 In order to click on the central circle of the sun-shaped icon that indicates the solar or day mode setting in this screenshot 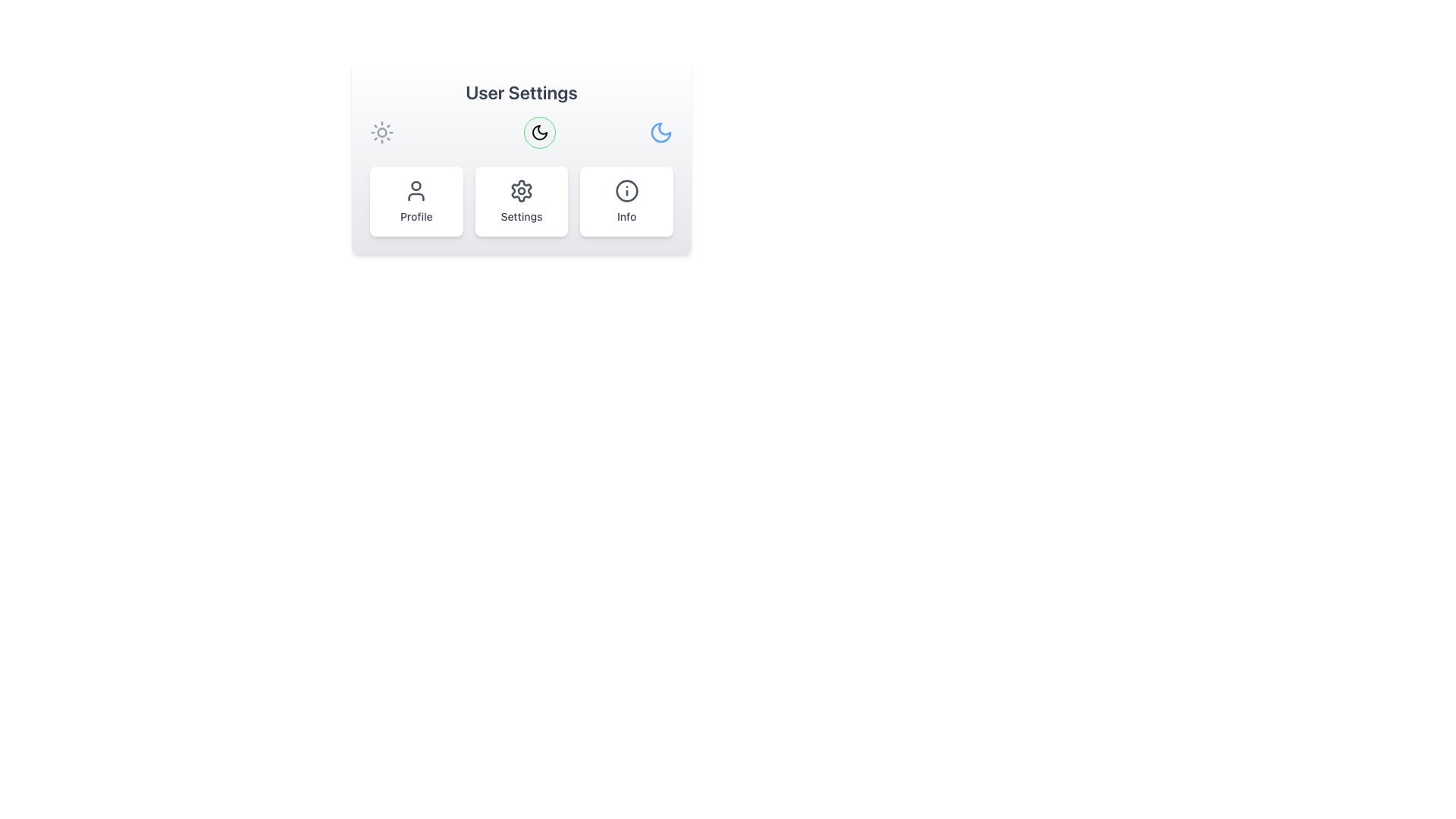, I will do `click(382, 131)`.